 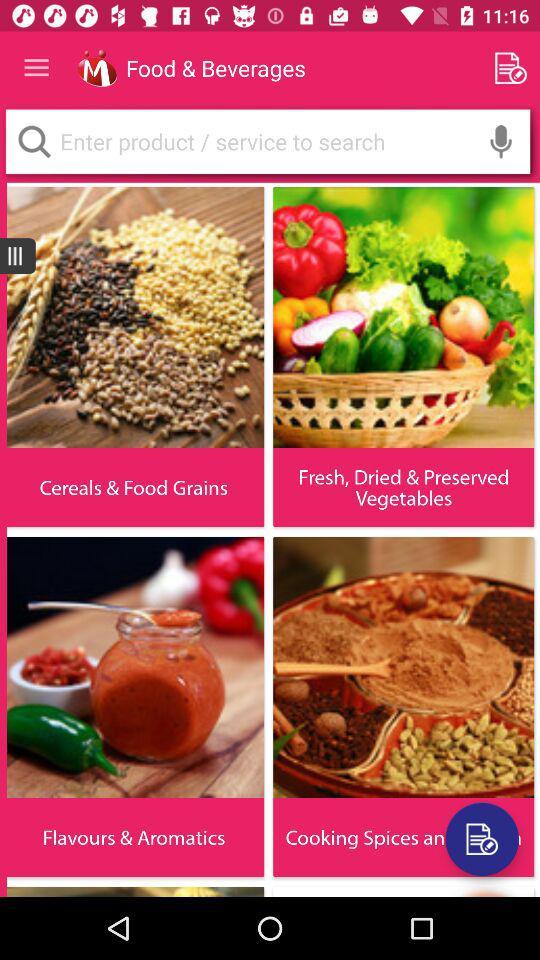 What do you see at coordinates (33, 140) in the screenshot?
I see `the search icon` at bounding box center [33, 140].